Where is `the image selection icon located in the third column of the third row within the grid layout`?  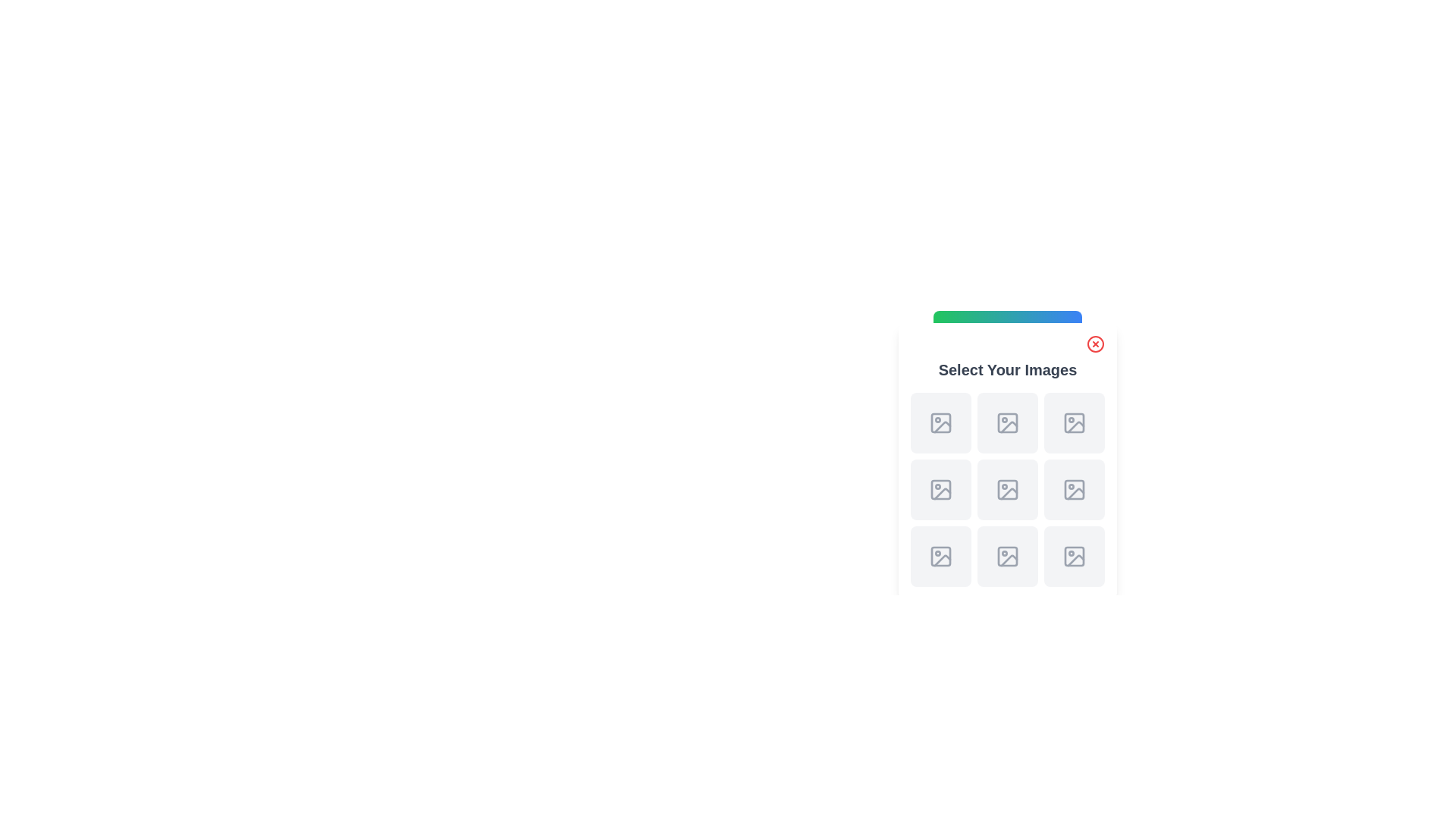
the image selection icon located in the third column of the third row within the grid layout is located at coordinates (1073, 489).